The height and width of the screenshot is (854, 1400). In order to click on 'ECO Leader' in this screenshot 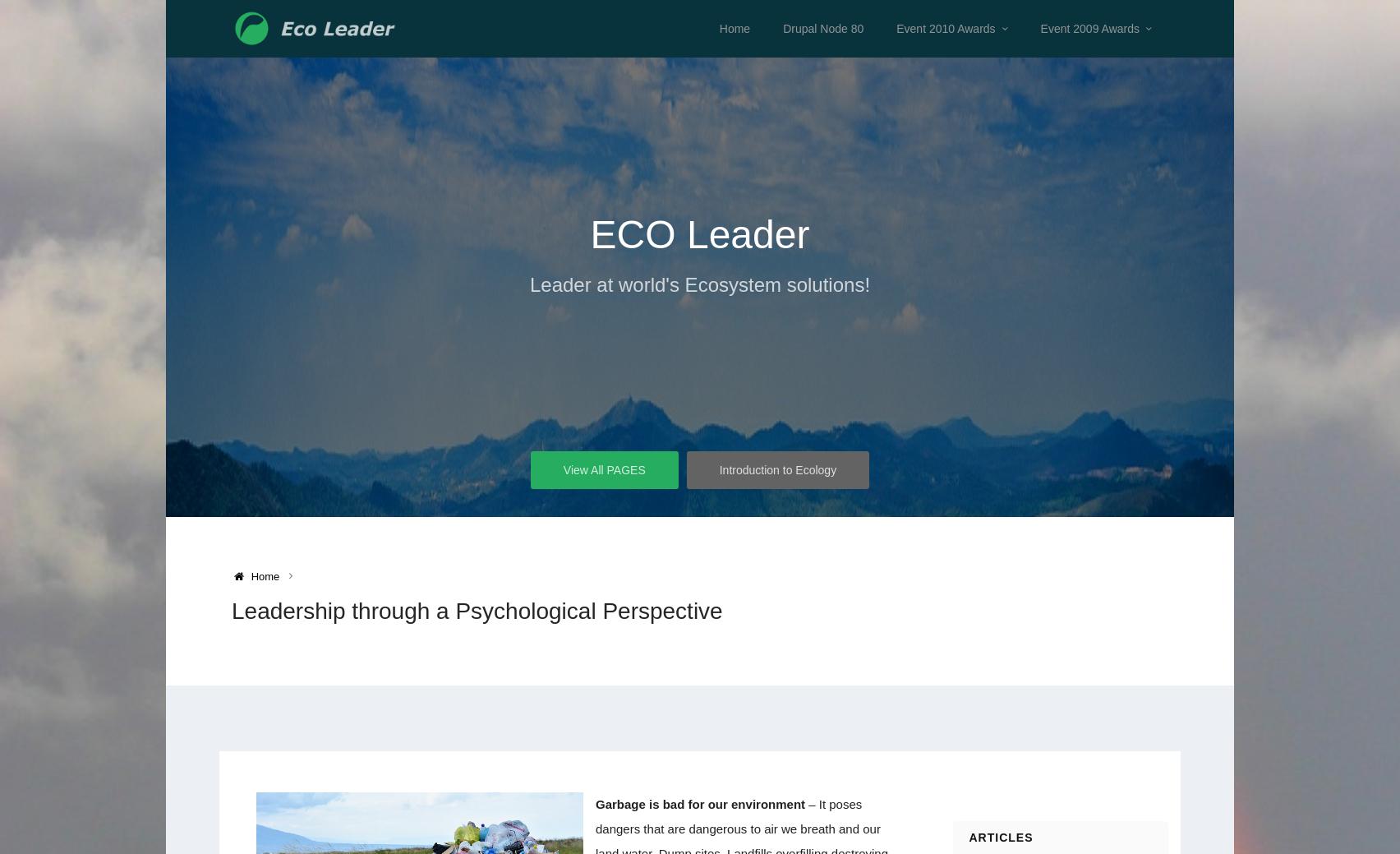, I will do `click(698, 234)`.